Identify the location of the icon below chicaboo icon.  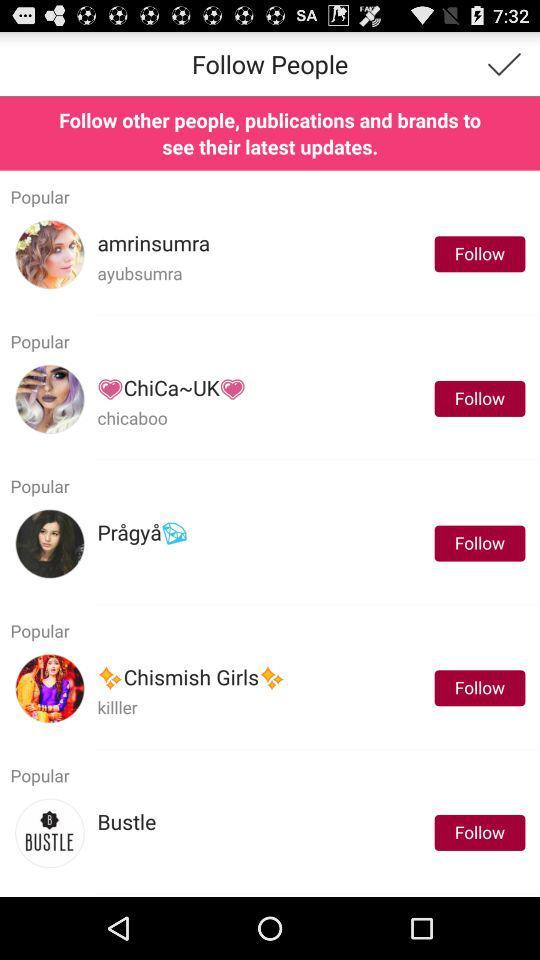
(317, 459).